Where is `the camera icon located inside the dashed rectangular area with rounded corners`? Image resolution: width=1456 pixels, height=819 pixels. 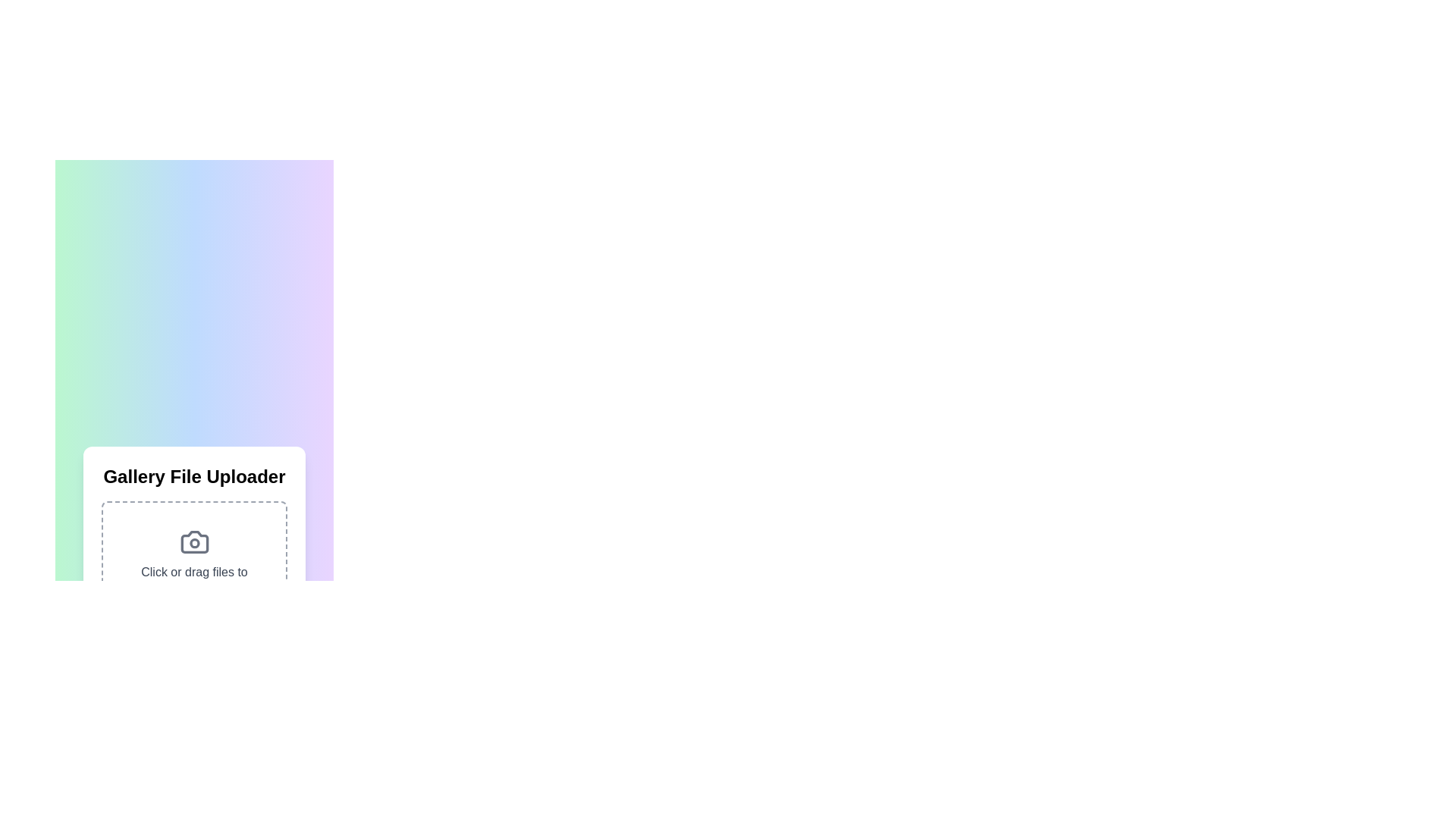 the camera icon located inside the dashed rectangular area with rounded corners is located at coordinates (193, 541).